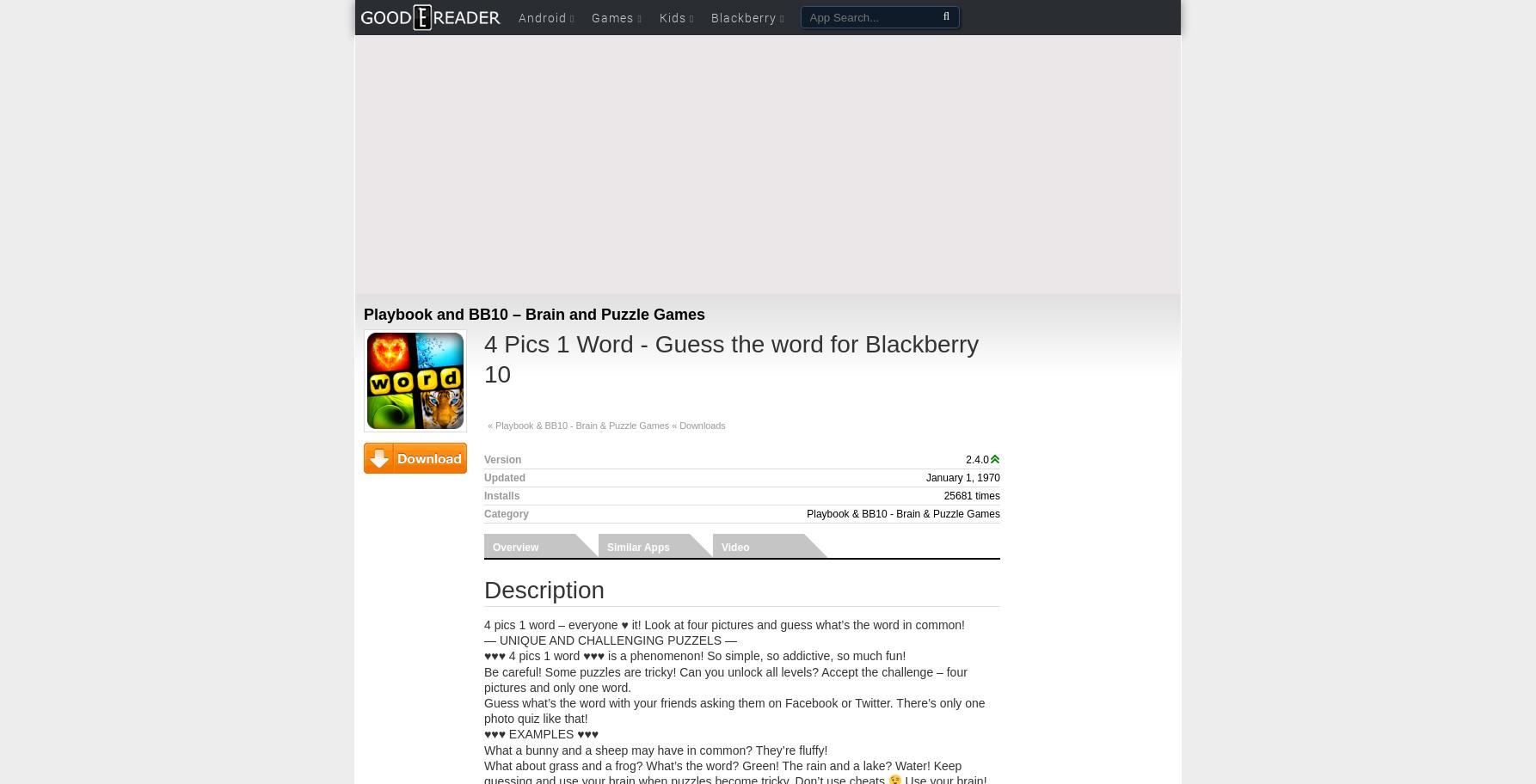 The image size is (1536, 784). What do you see at coordinates (730, 358) in the screenshot?
I see `'4 Pics 1 Word - Guess the word for Blackberry 10'` at bounding box center [730, 358].